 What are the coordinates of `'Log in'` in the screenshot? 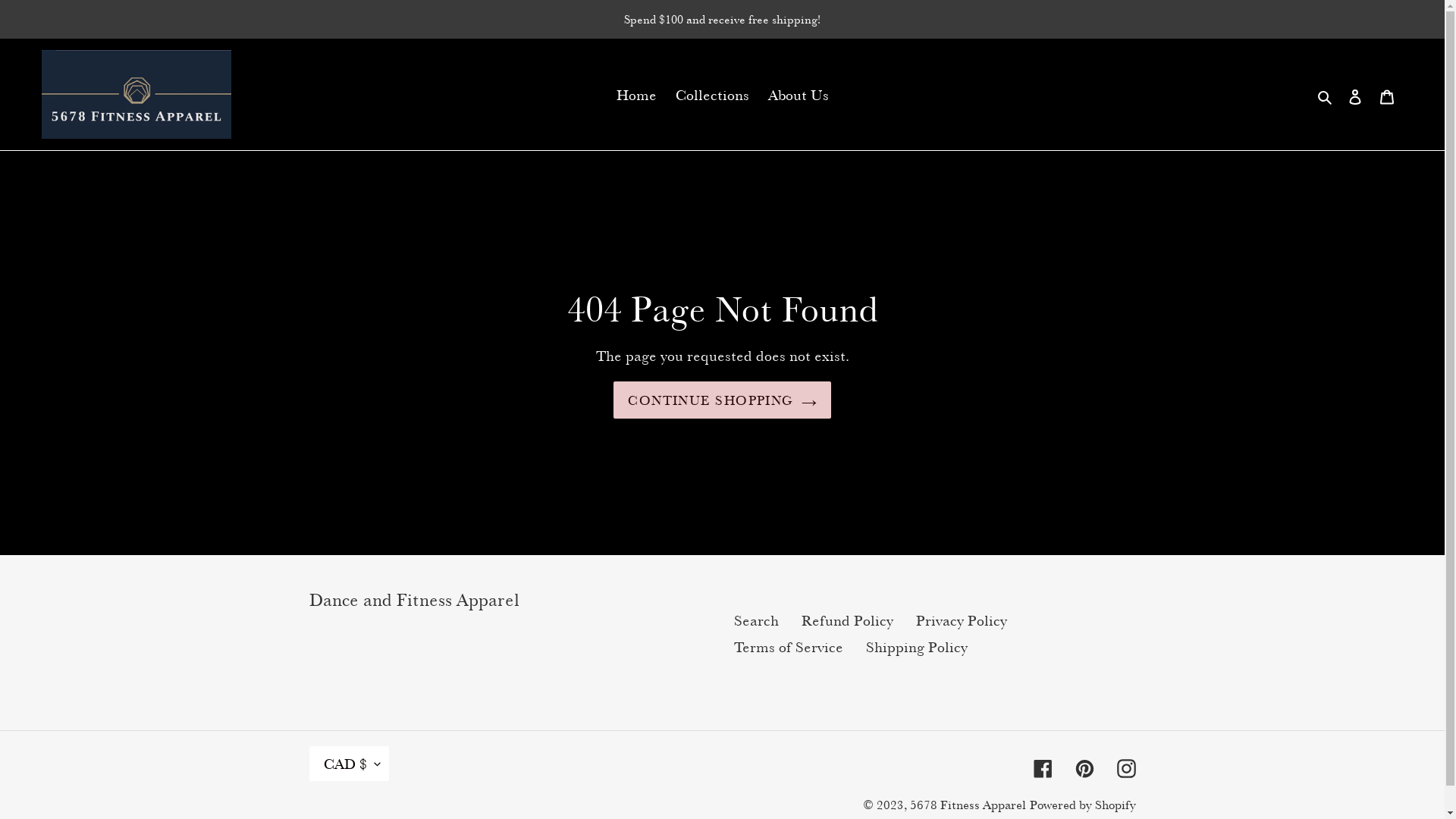 It's located at (1354, 94).